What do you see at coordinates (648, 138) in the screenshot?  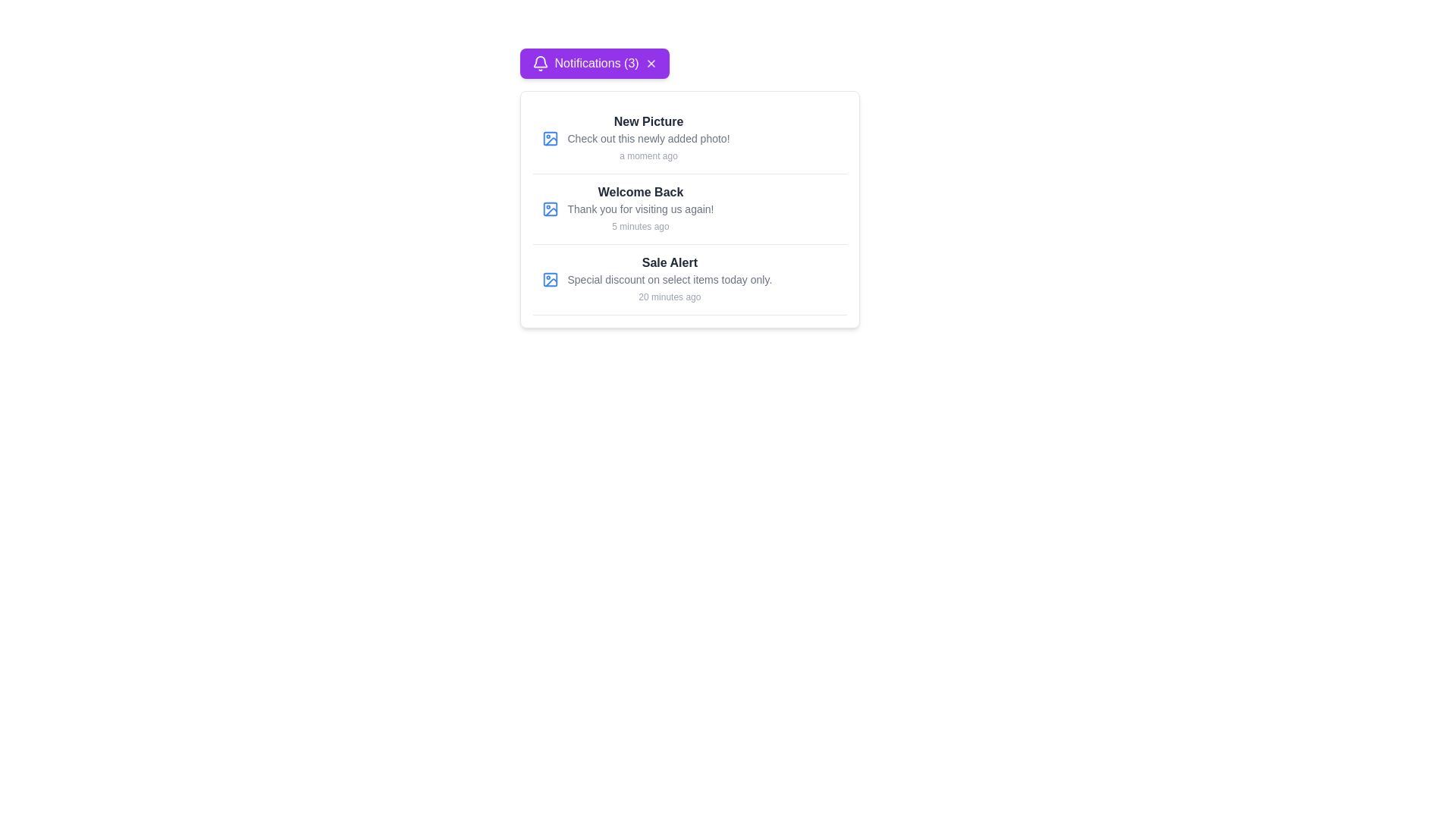 I see `the first notification entry in the notifications list` at bounding box center [648, 138].